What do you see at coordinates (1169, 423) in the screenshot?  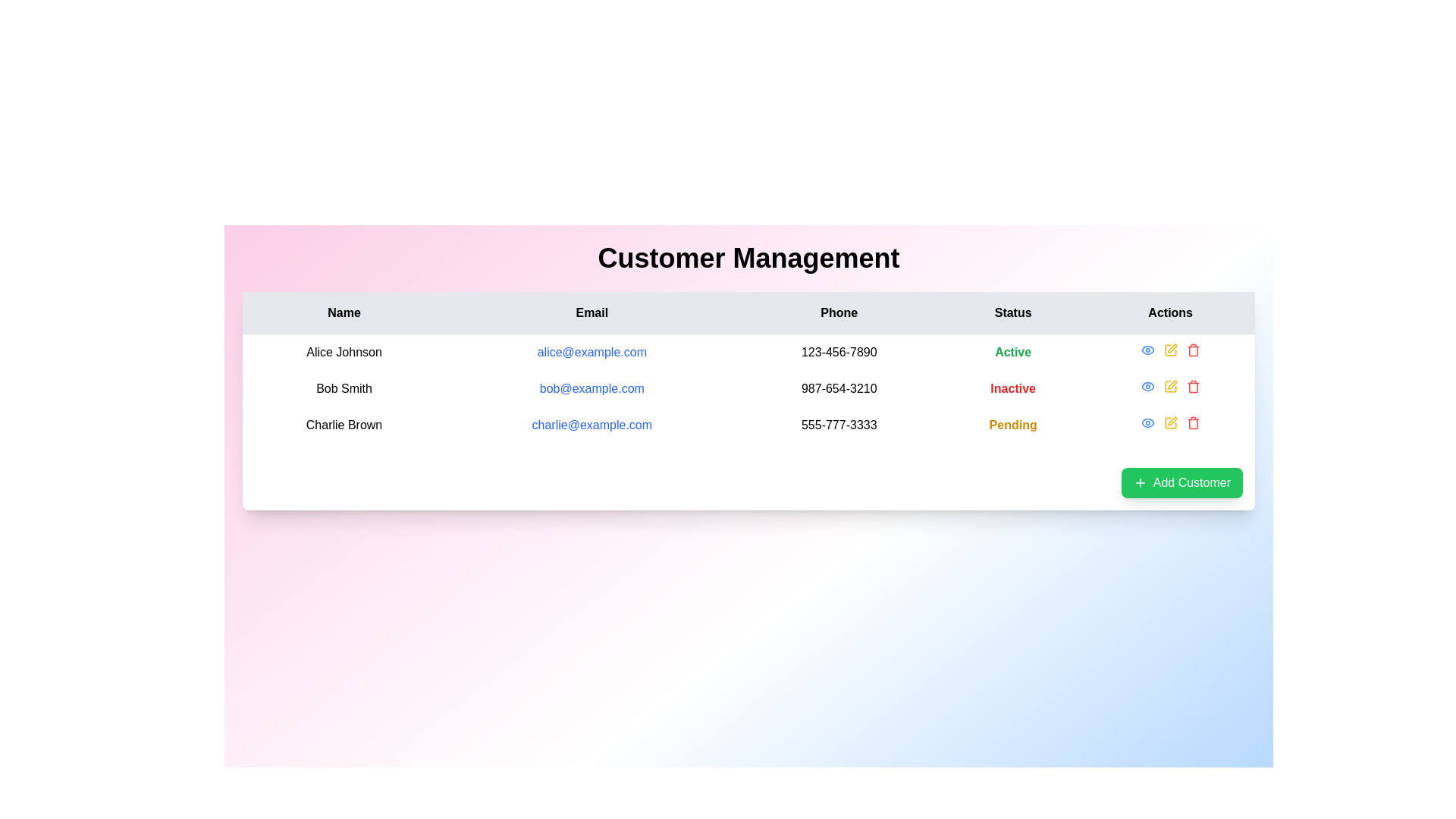 I see `the yellow square icon with a pencil symbol in the 'Actions' column of the third row (Charlie Brown) to initiate editing` at bounding box center [1169, 423].